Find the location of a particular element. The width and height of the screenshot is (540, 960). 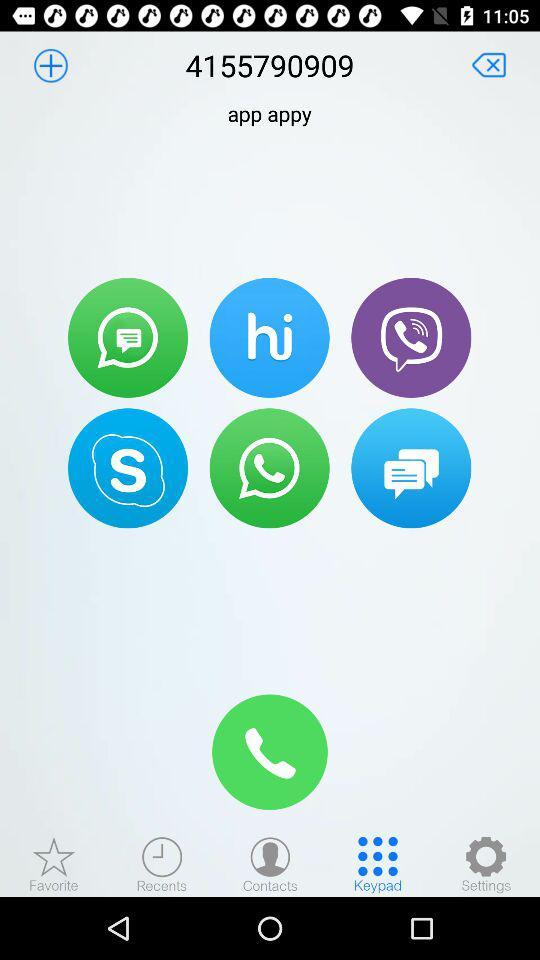

the star icon is located at coordinates (54, 863).